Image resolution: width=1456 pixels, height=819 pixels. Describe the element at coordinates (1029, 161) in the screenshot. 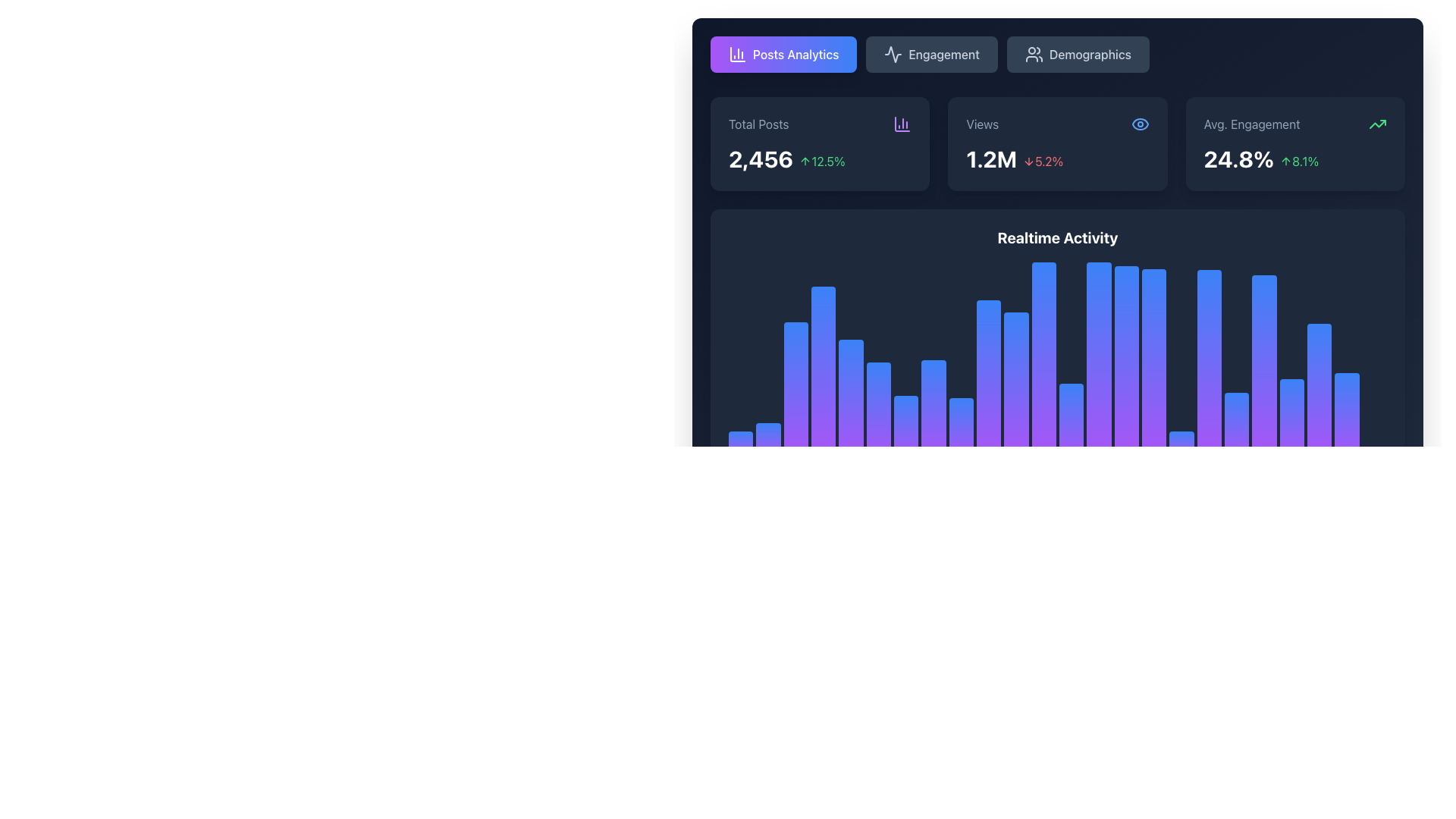

I see `the downward arrow icon located under the 'Views' label, to the left of '1.2M' and next to '5.2%'` at that location.